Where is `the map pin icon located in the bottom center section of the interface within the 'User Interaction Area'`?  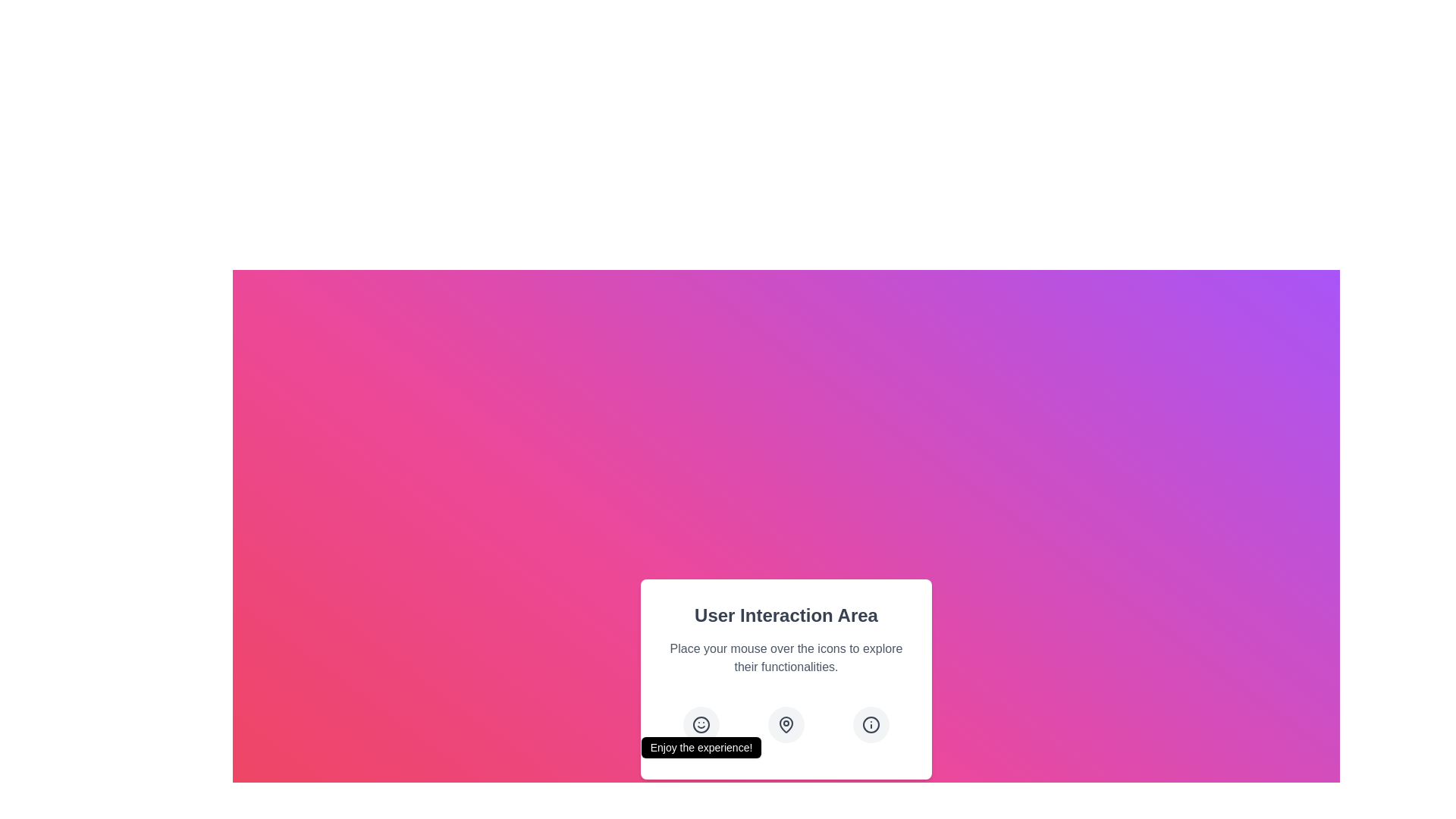 the map pin icon located in the bottom center section of the interface within the 'User Interaction Area' is located at coordinates (786, 723).